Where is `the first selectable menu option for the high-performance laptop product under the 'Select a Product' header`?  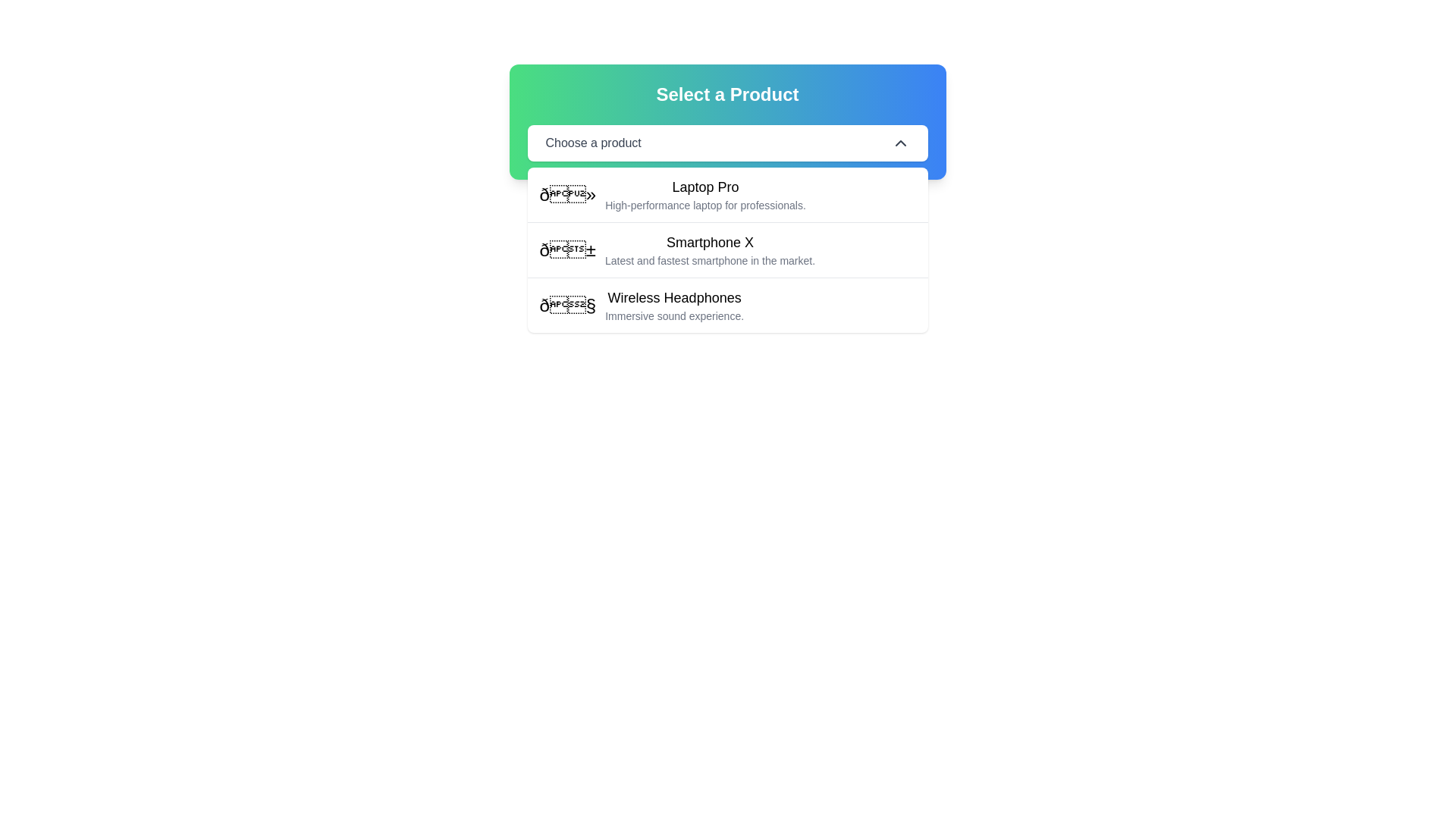 the first selectable menu option for the high-performance laptop product under the 'Select a Product' header is located at coordinates (726, 194).